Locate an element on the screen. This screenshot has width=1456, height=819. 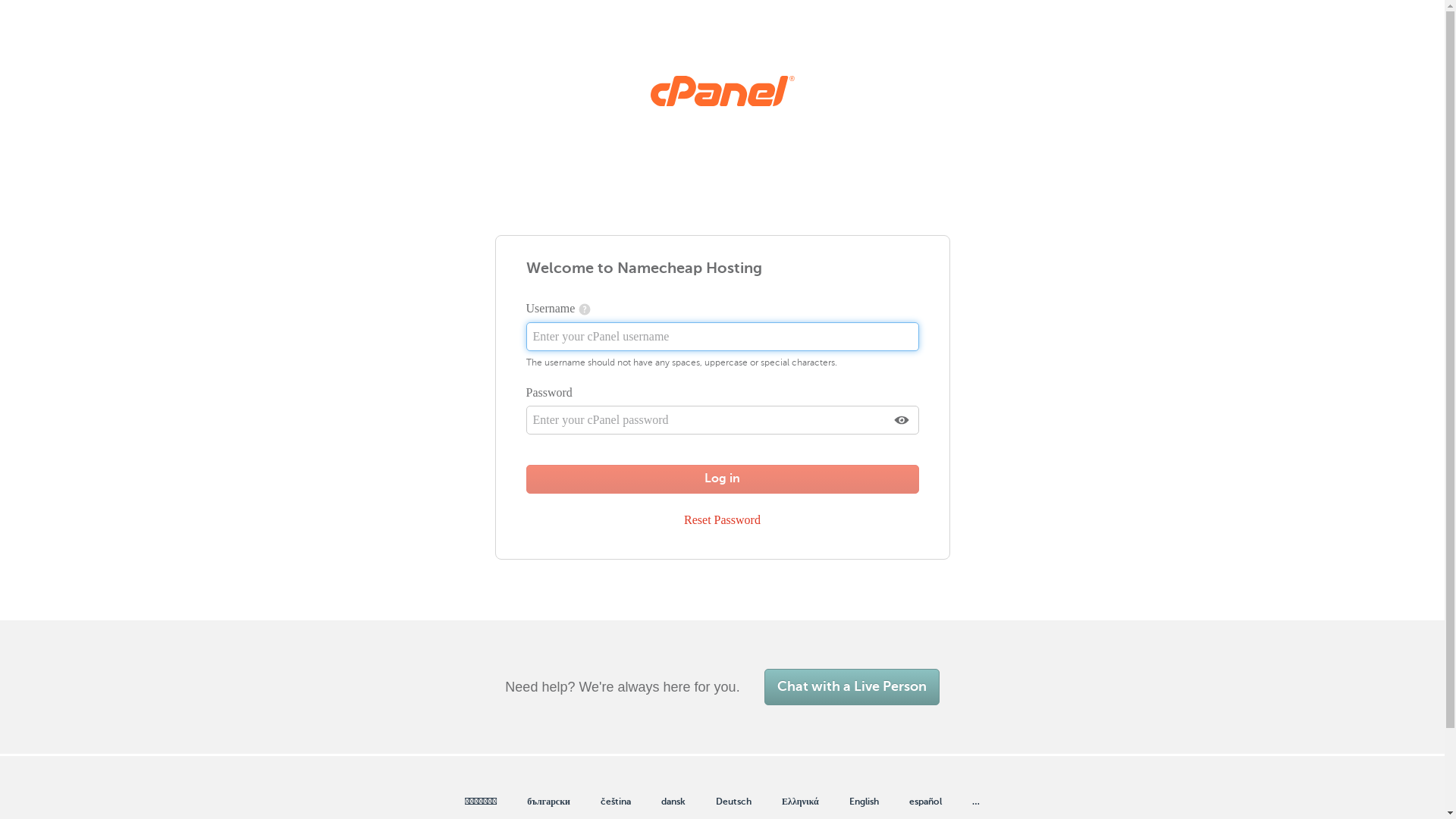
'Reset Password' is located at coordinates (676, 519).